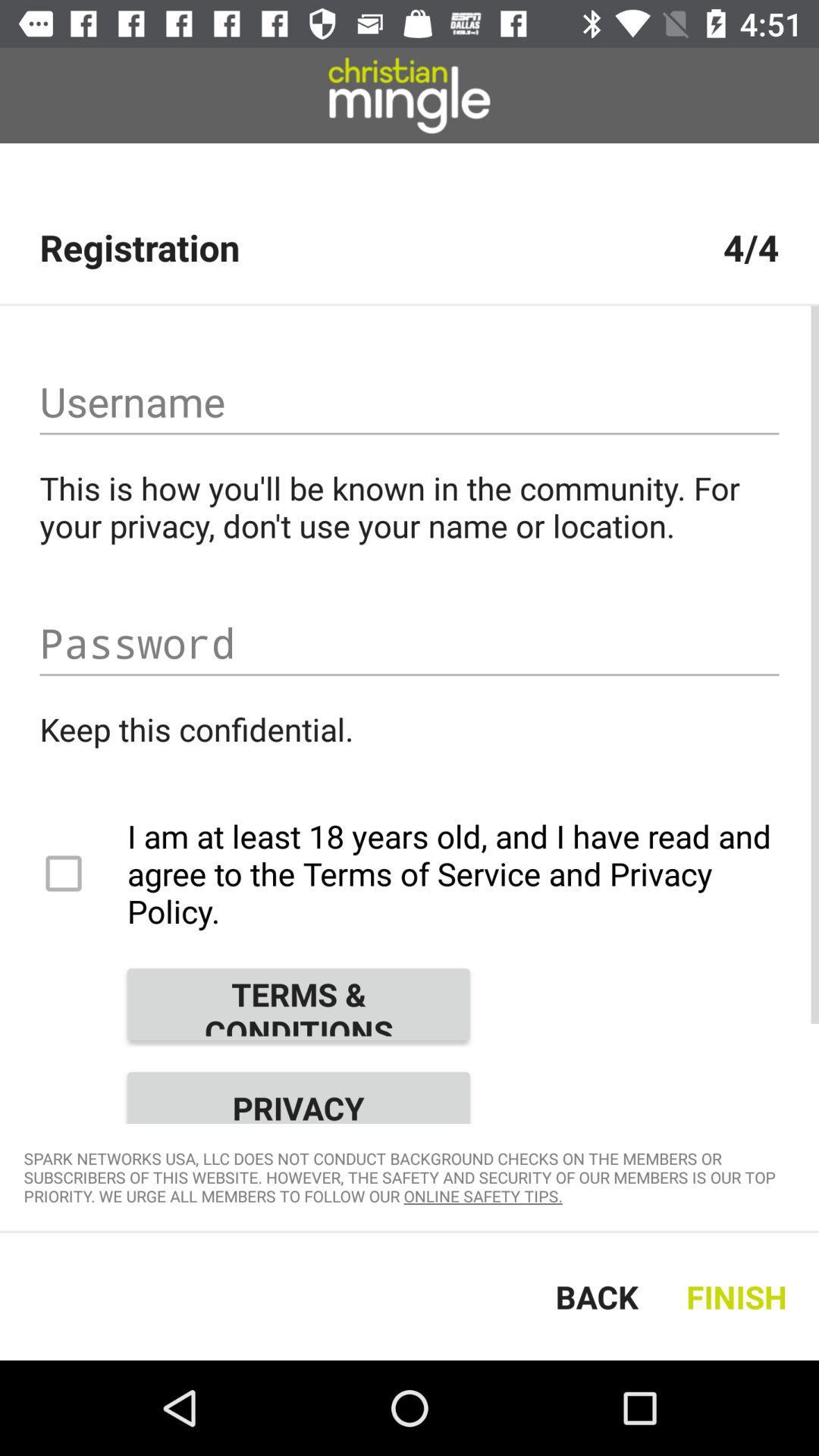  Describe the element at coordinates (409, 643) in the screenshot. I see `password` at that location.